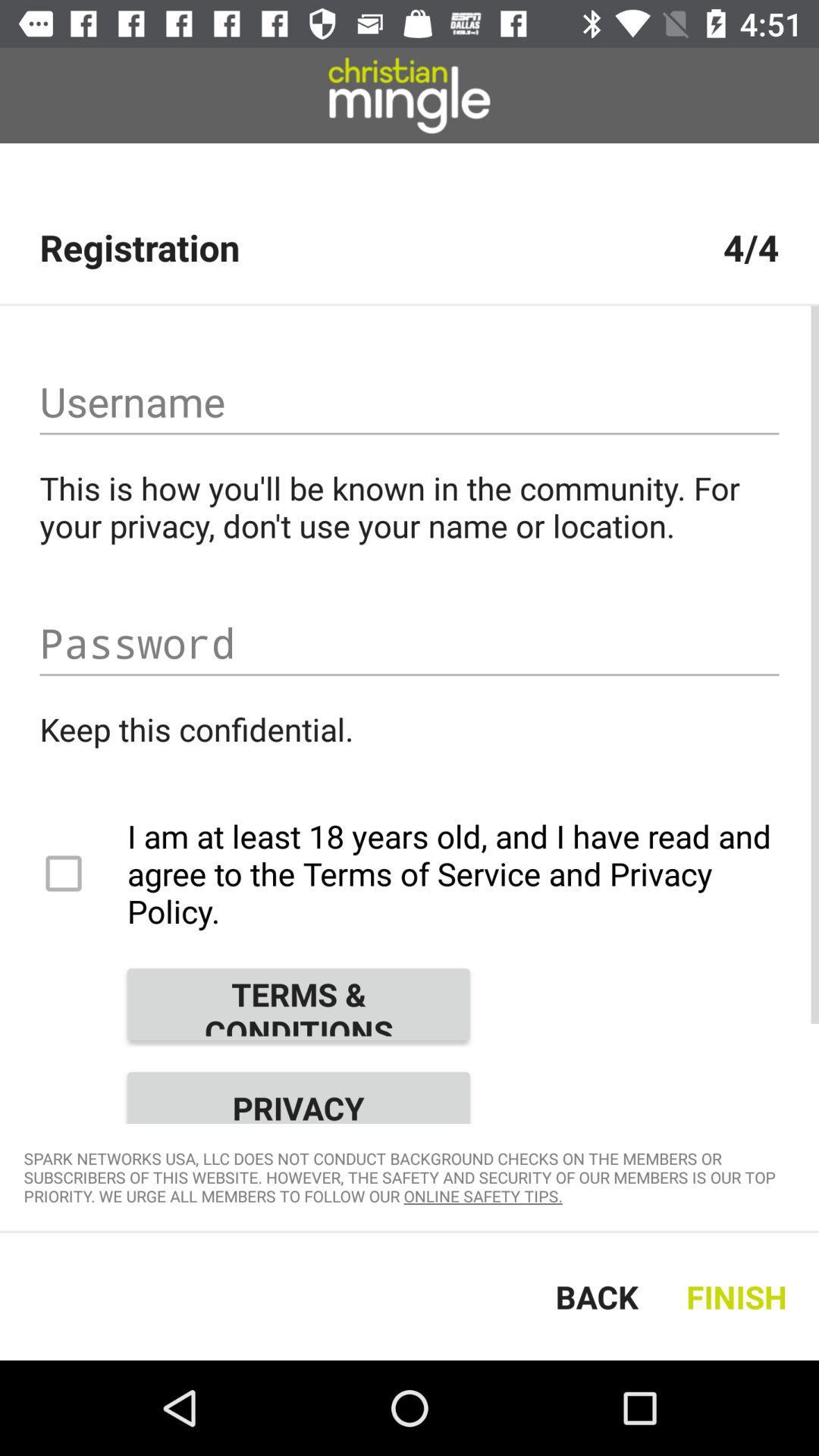  Describe the element at coordinates (409, 643) in the screenshot. I see `password` at that location.